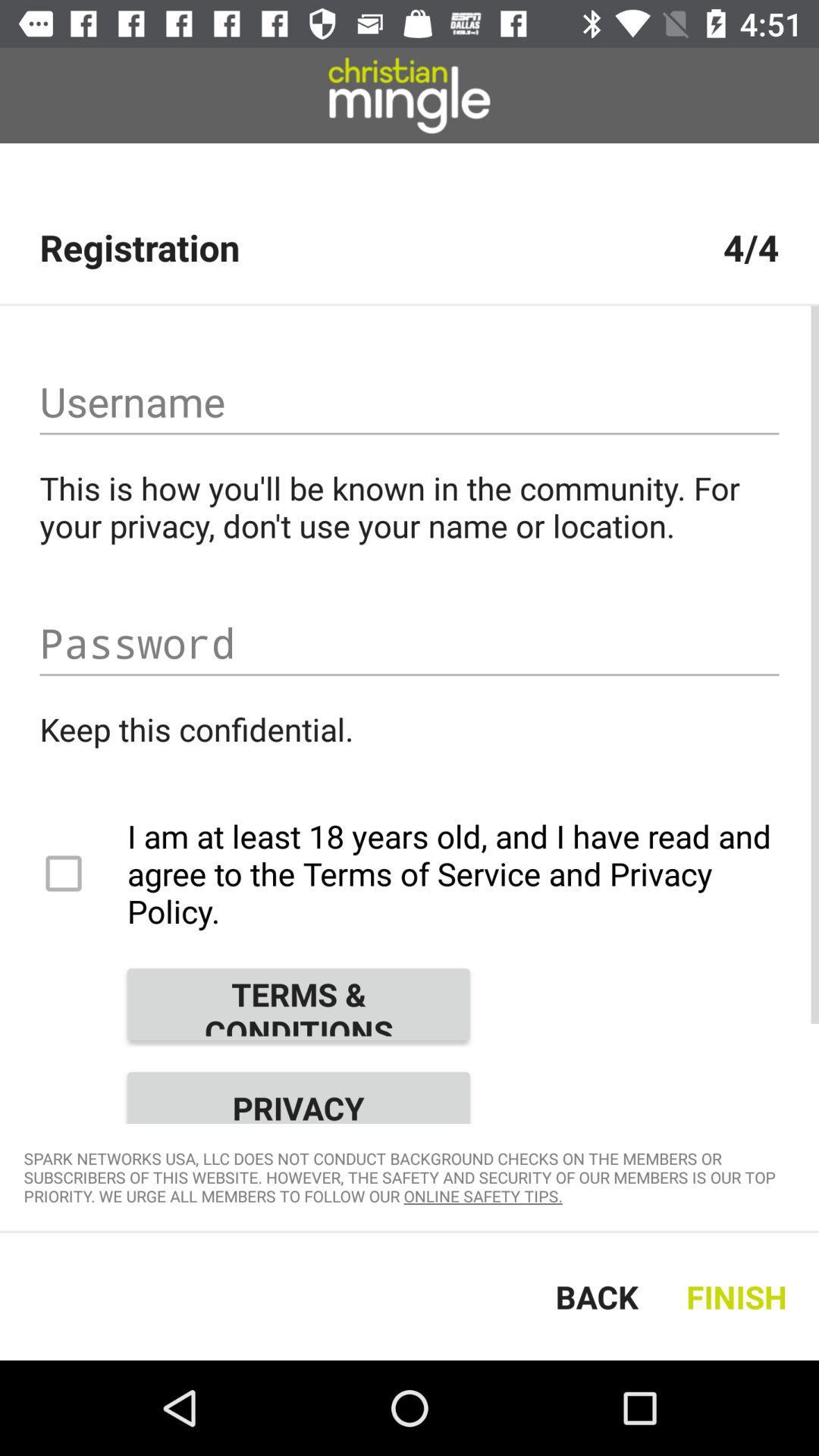  Describe the element at coordinates (409, 643) in the screenshot. I see `password` at that location.